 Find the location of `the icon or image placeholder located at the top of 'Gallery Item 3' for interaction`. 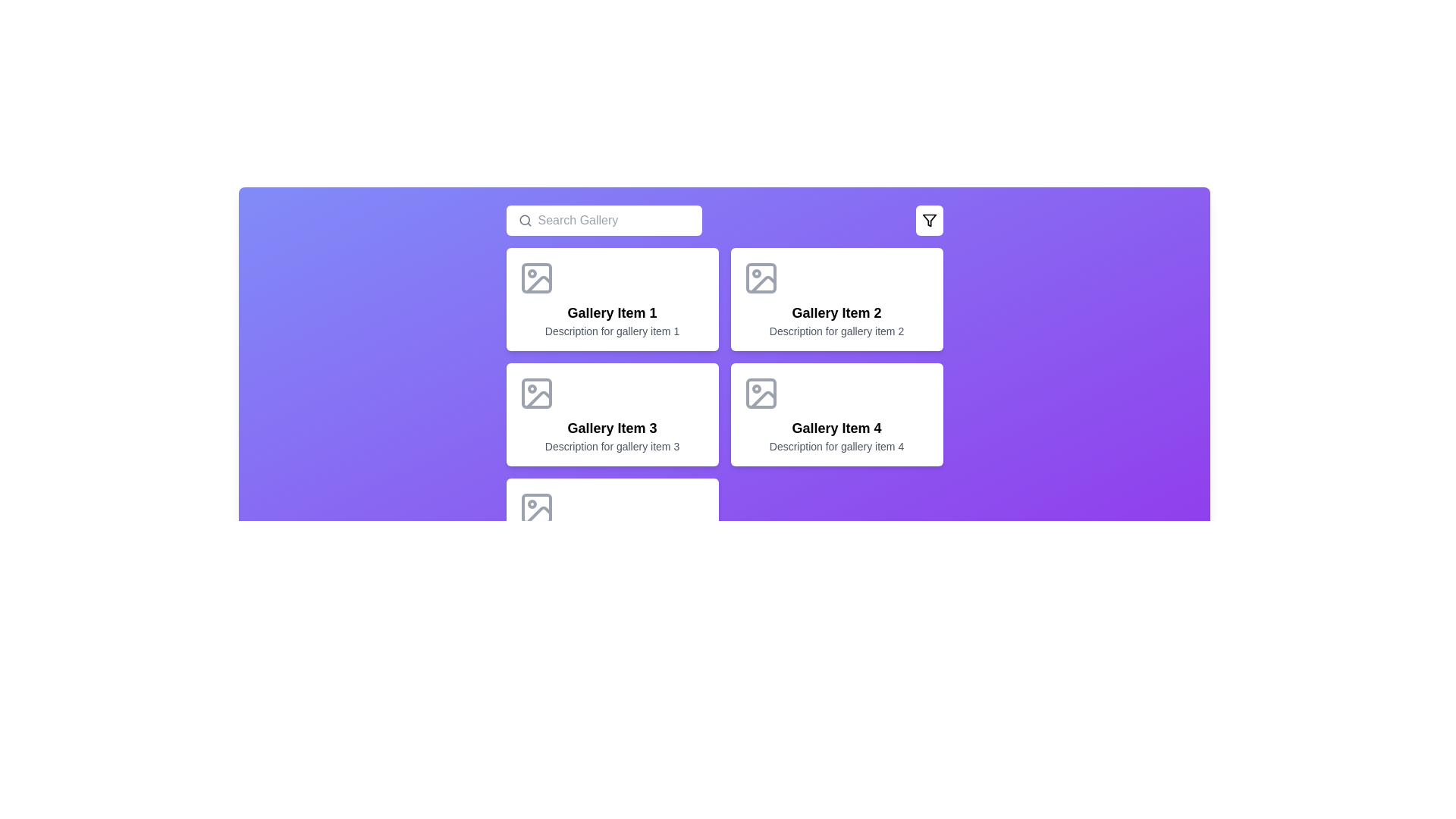

the icon or image placeholder located at the top of 'Gallery Item 3' for interaction is located at coordinates (536, 393).